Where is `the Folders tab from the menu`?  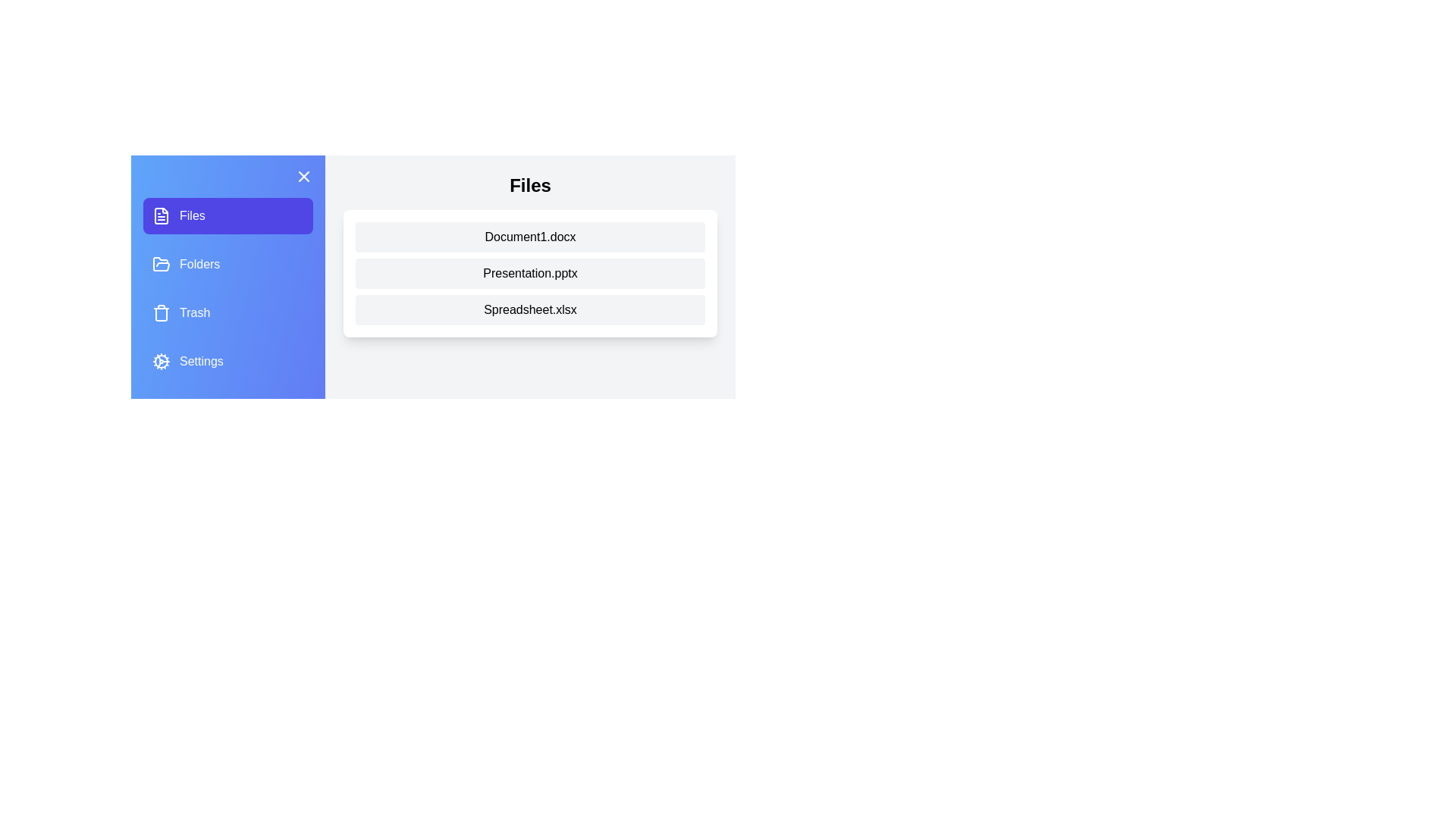 the Folders tab from the menu is located at coordinates (227, 263).